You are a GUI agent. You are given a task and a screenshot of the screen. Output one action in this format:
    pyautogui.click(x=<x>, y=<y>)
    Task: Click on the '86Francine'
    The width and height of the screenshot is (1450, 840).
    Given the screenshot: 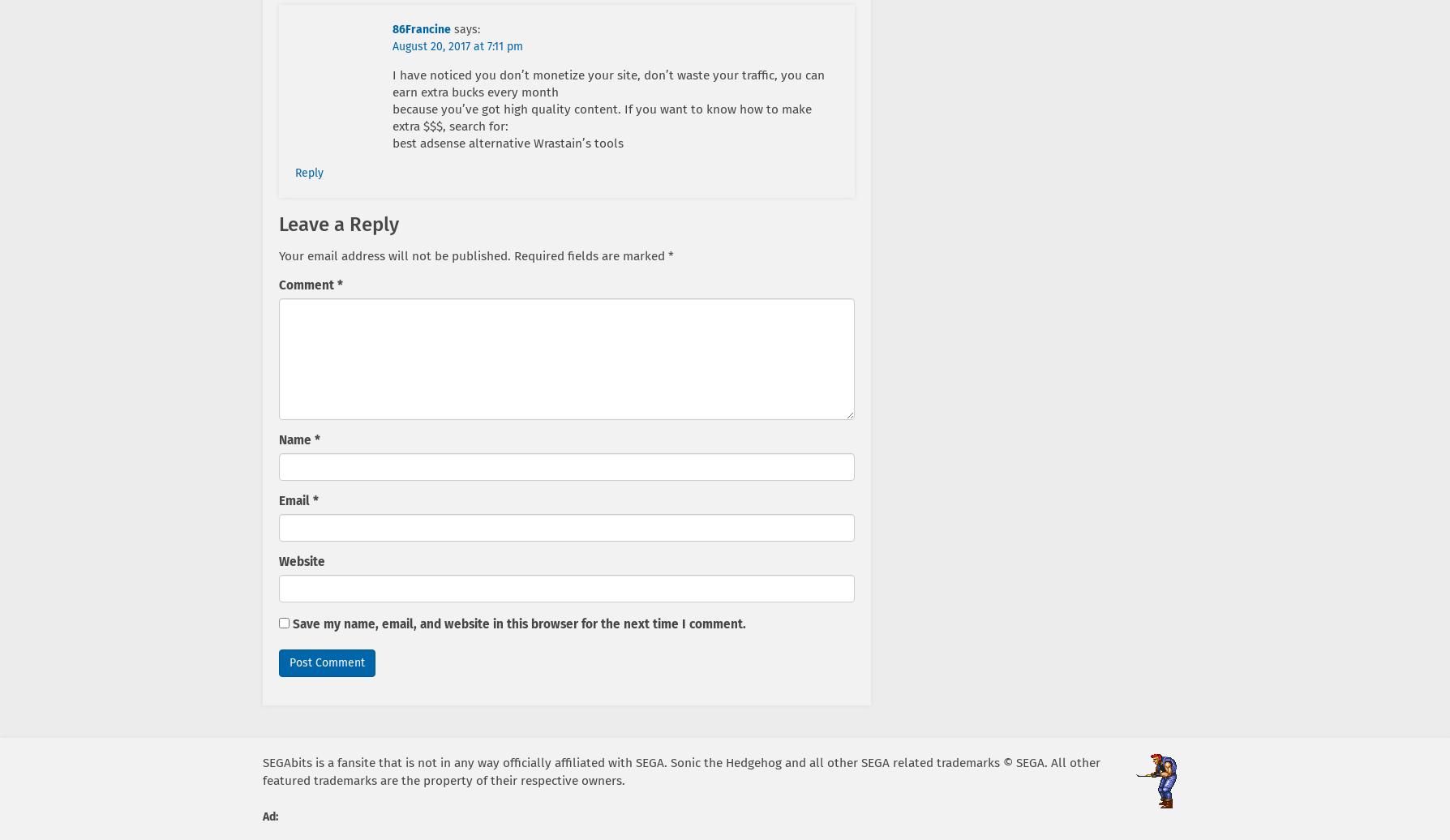 What is the action you would take?
    pyautogui.click(x=421, y=29)
    